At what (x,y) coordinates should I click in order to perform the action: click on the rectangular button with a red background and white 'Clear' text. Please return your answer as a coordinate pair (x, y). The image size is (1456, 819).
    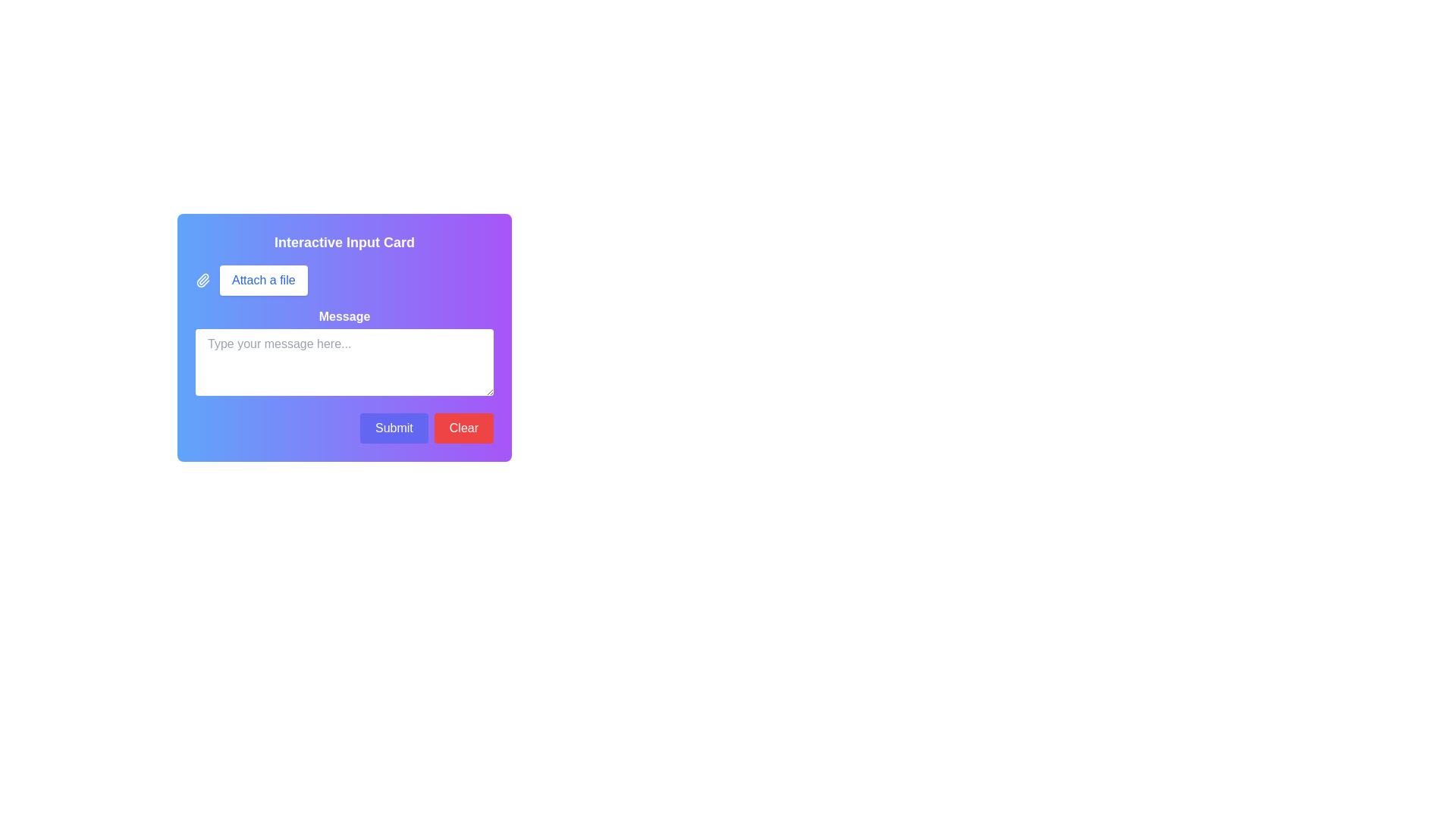
    Looking at the image, I should click on (463, 428).